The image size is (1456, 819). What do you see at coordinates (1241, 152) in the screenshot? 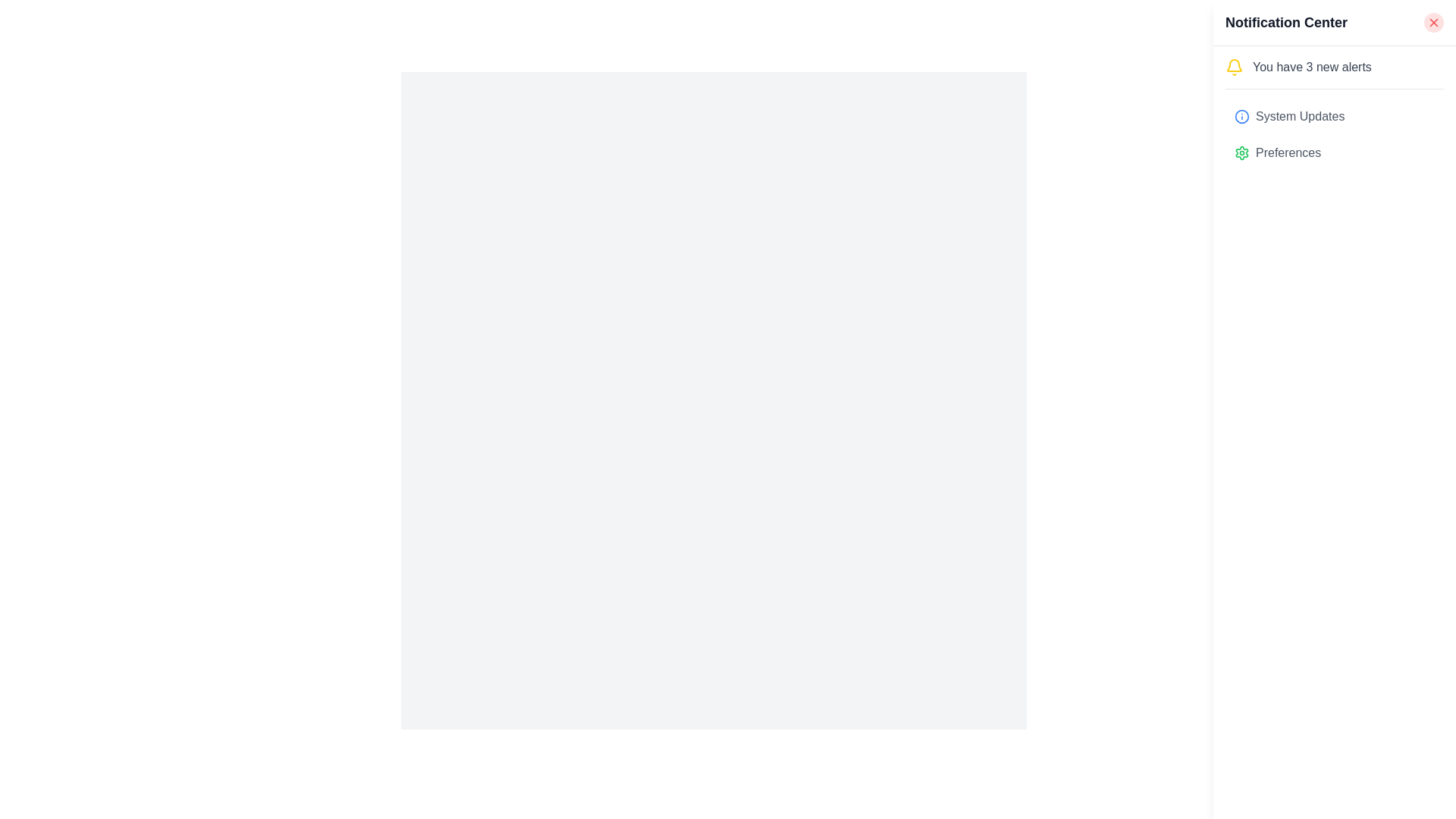
I see `the settings icon located on the far left within the 'Preferences' row in the 'Notification Center' panel` at bounding box center [1241, 152].